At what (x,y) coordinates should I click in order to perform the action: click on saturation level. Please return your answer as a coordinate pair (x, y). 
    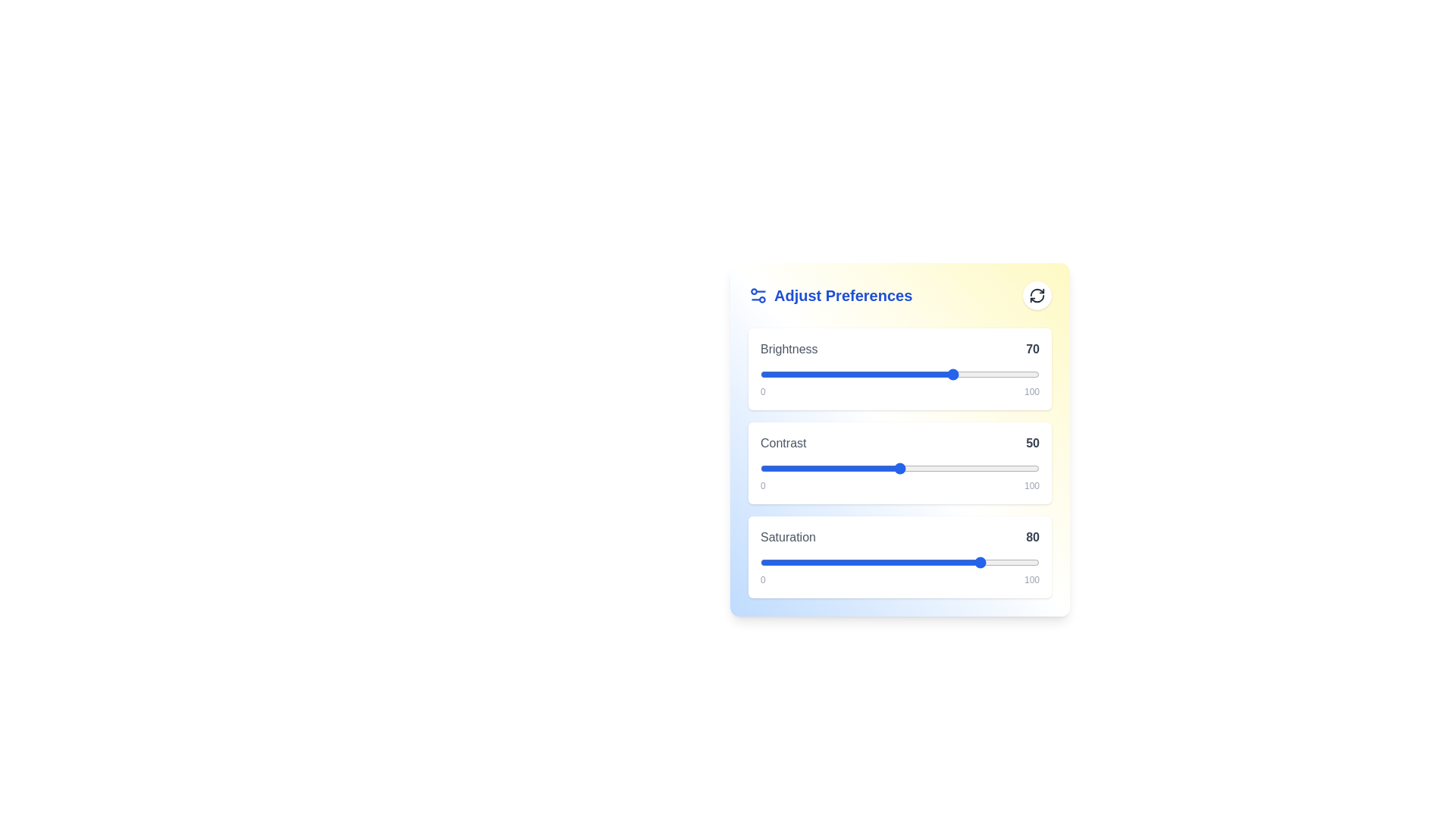
    Looking at the image, I should click on (840, 562).